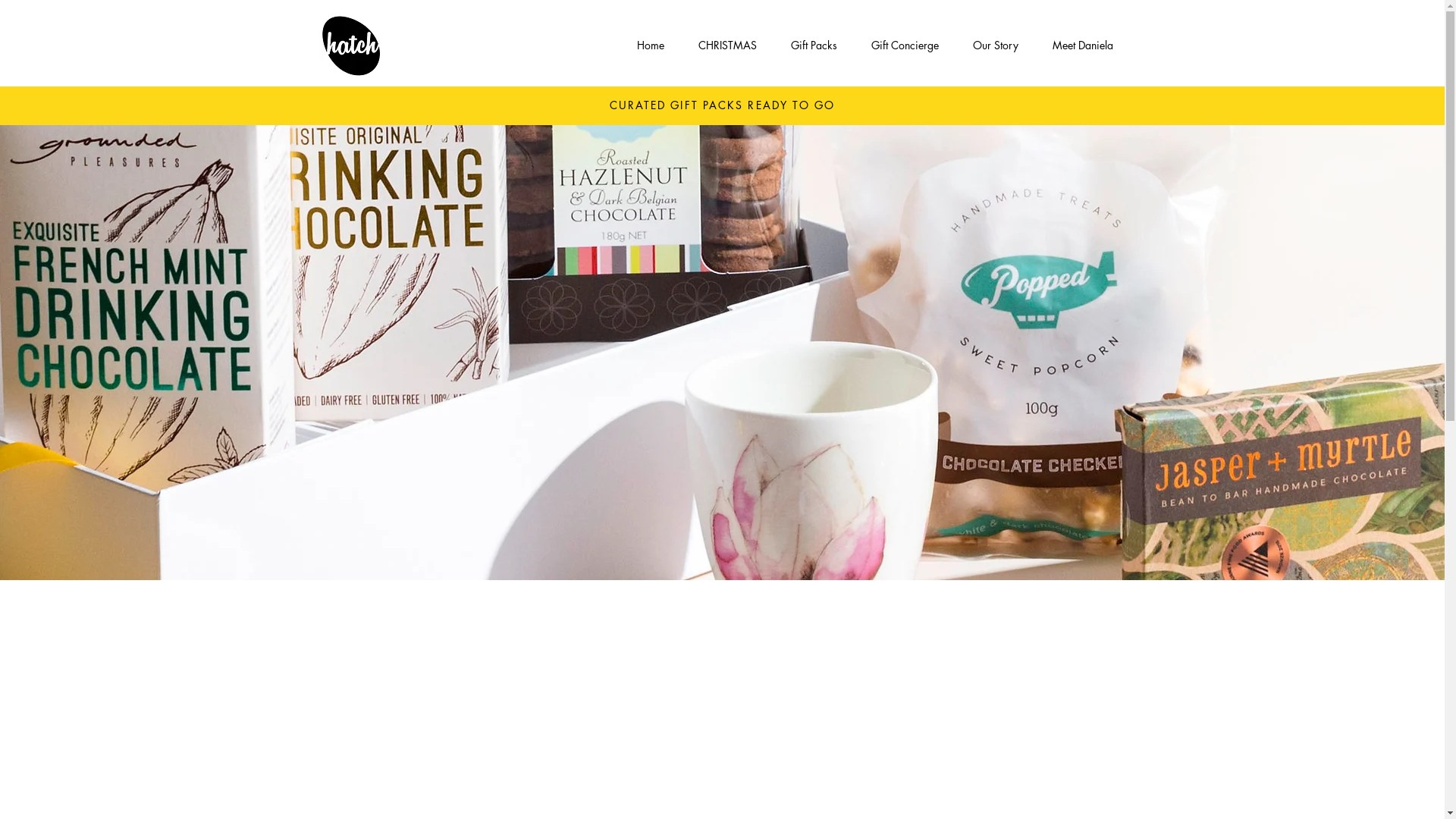 The image size is (1456, 819). Describe the element at coordinates (905, 45) in the screenshot. I see `'Gift Concierge'` at that location.